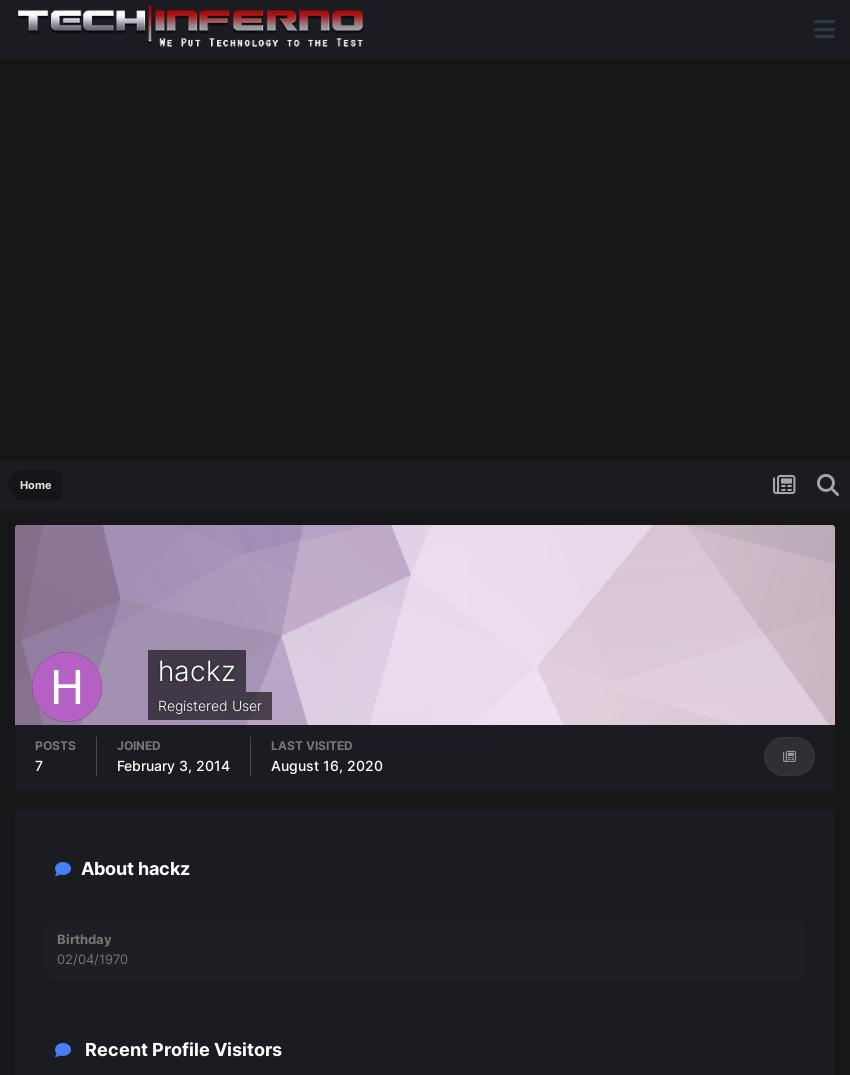 This screenshot has width=850, height=1075. I want to click on 'February 3, 2014', so click(172, 765).